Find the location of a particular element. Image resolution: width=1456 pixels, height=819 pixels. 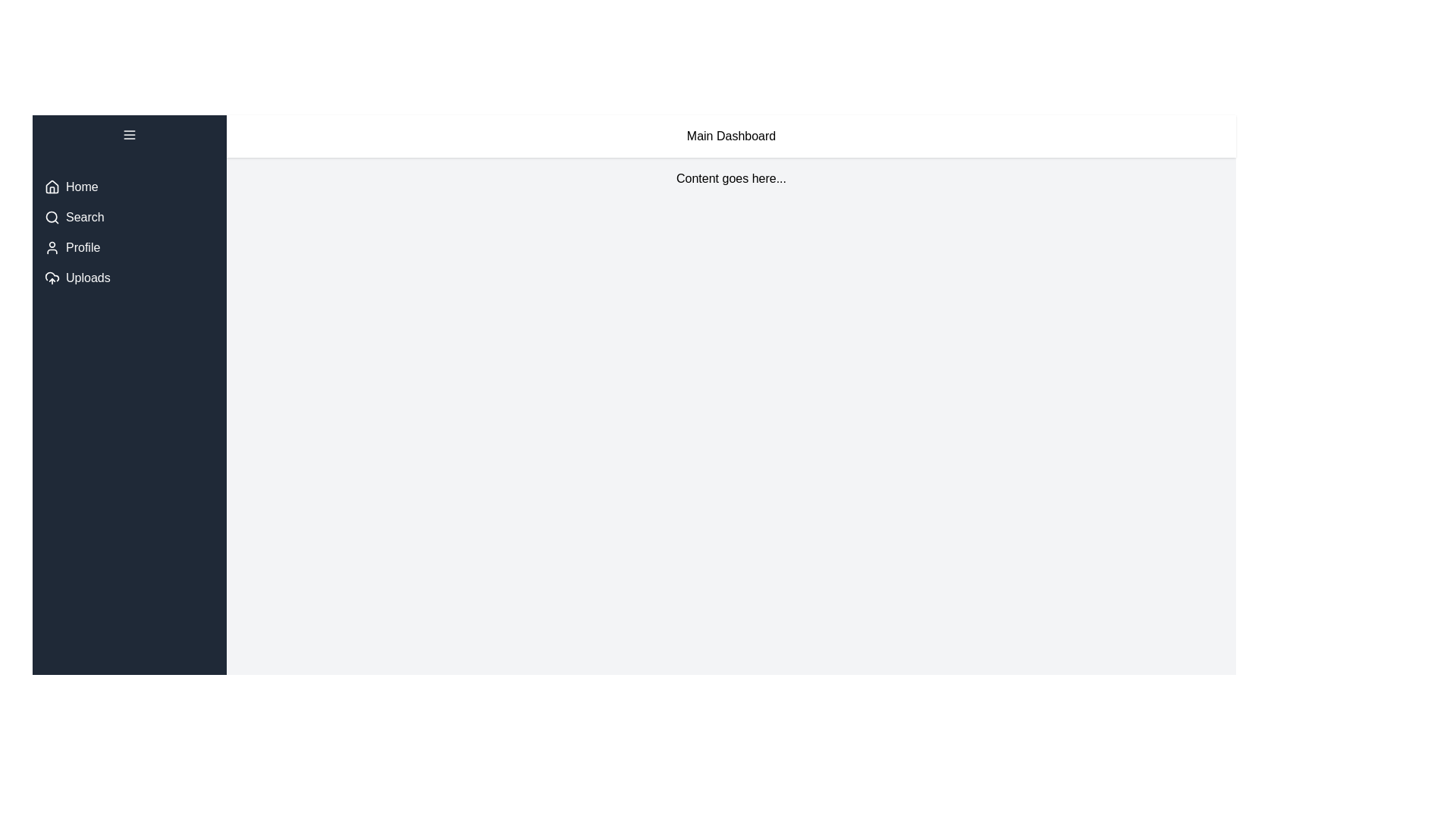

the 'Uploads' button in the left sidebar, which is the fourth item in a vertical navigation list is located at coordinates (130, 278).